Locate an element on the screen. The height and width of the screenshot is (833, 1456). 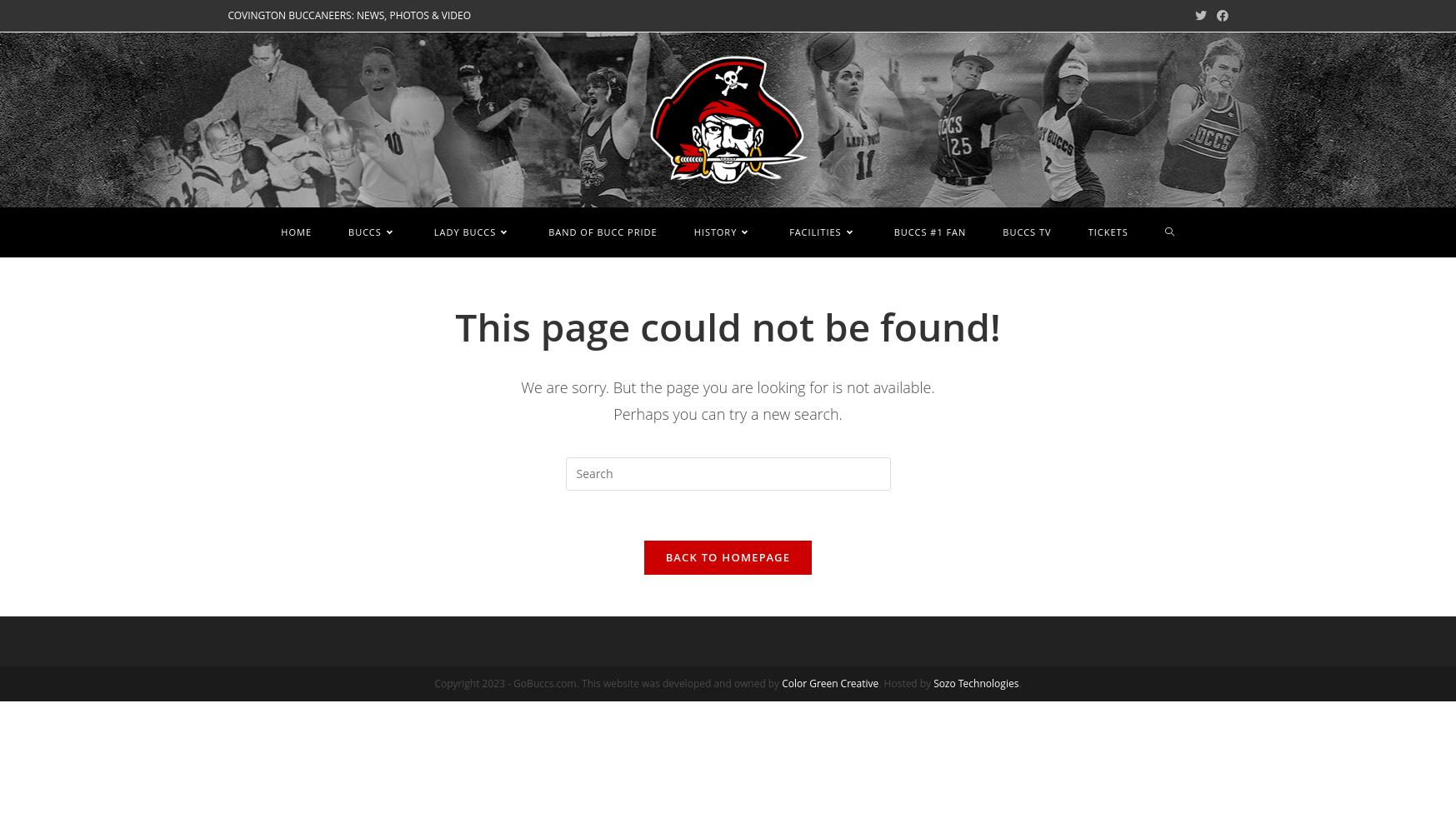
'.' is located at coordinates (1019, 681).